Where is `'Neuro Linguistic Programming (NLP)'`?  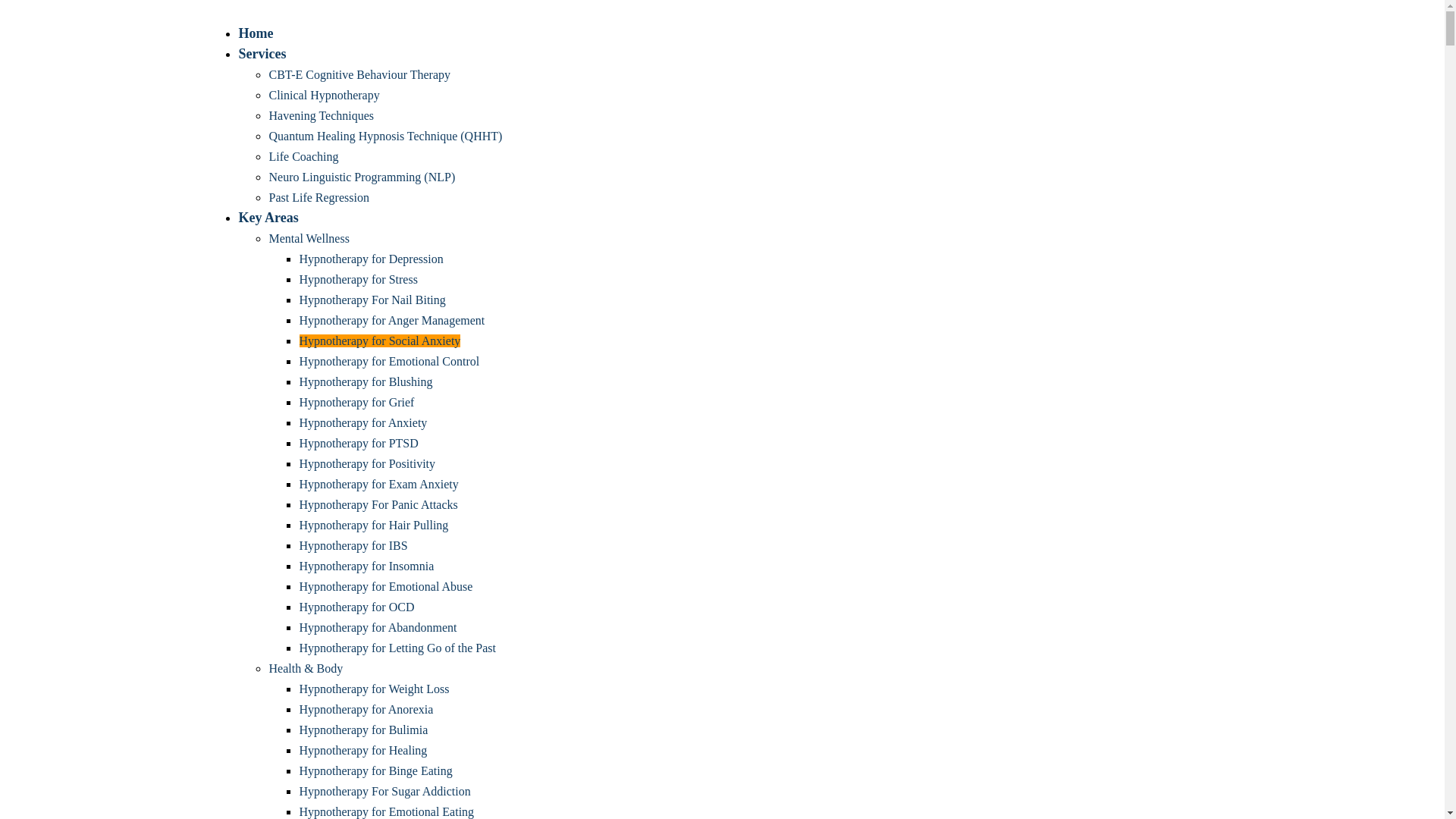 'Neuro Linguistic Programming (NLP)' is located at coordinates (360, 176).